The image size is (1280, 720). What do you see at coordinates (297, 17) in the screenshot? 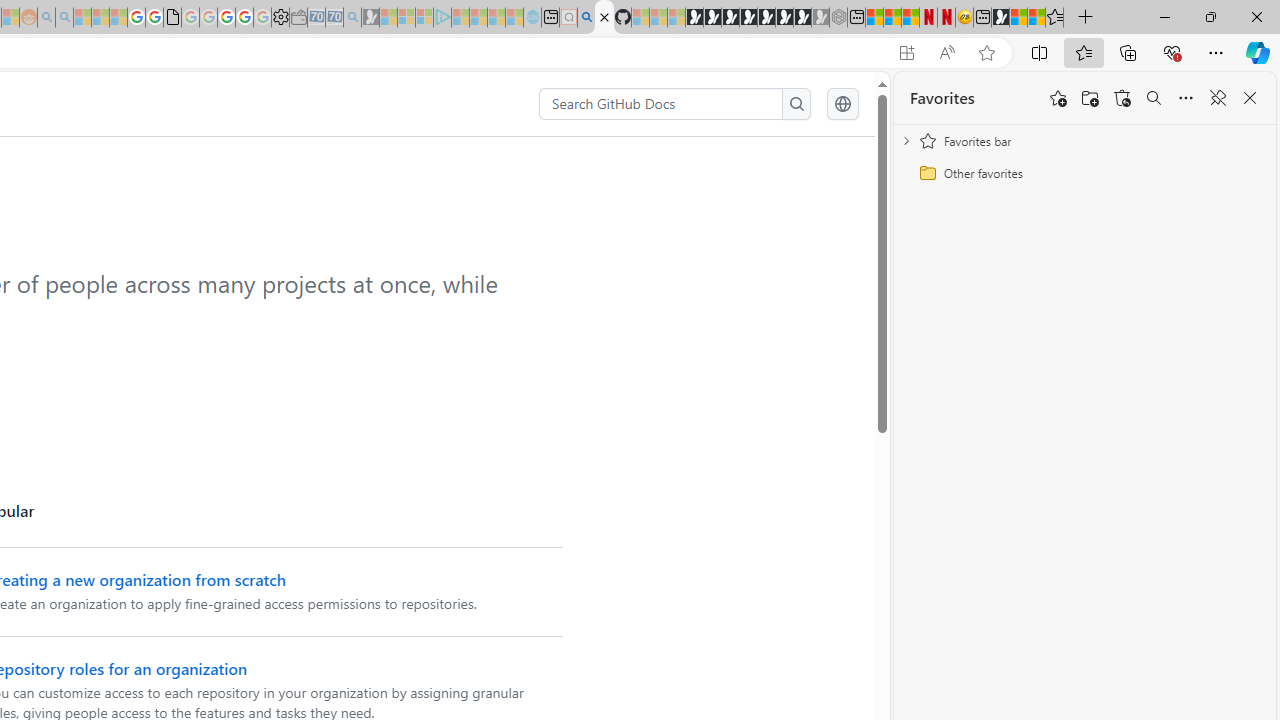
I see `'Wallet - Sleeping'` at bounding box center [297, 17].